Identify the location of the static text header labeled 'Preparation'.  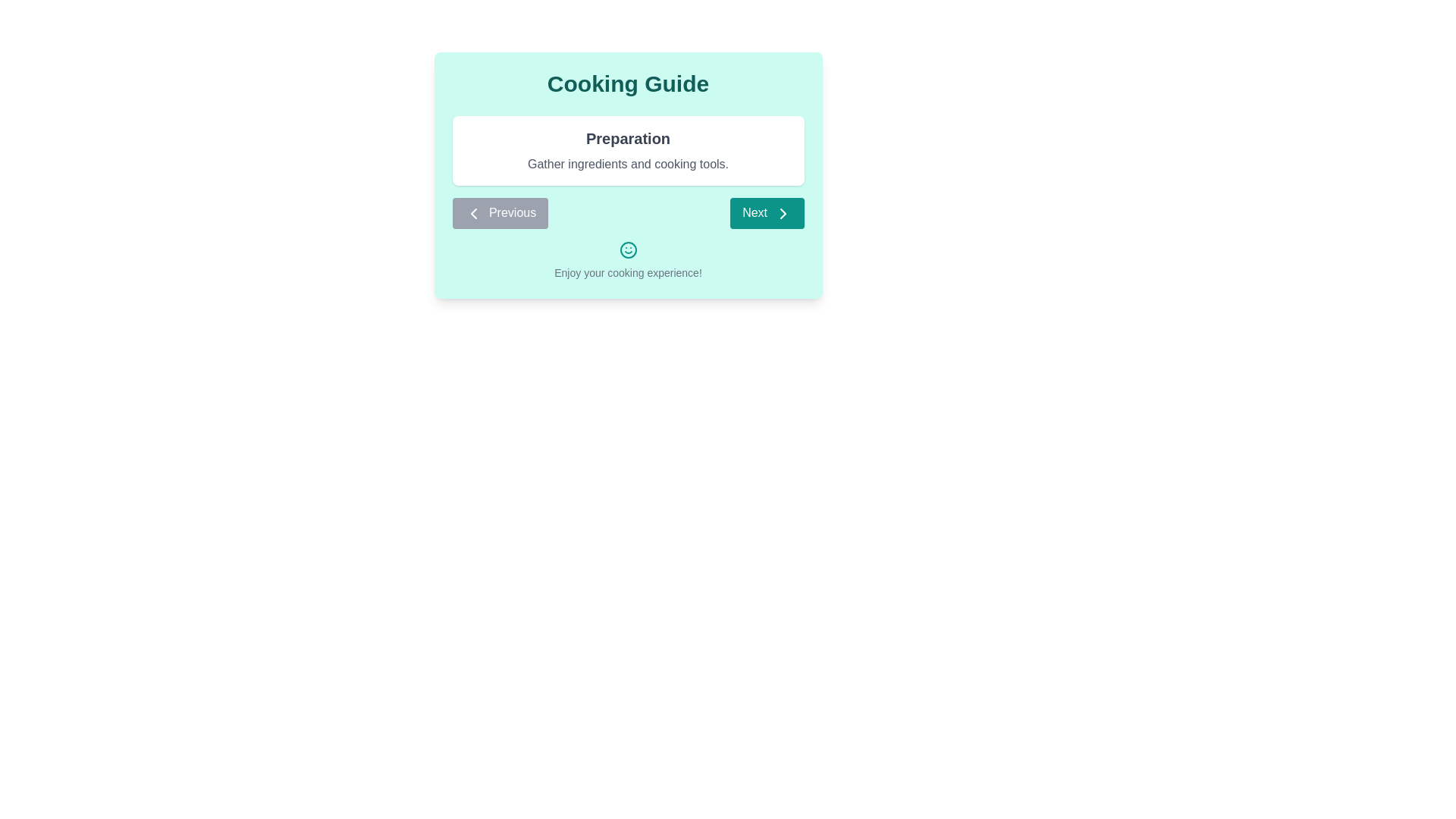
(628, 138).